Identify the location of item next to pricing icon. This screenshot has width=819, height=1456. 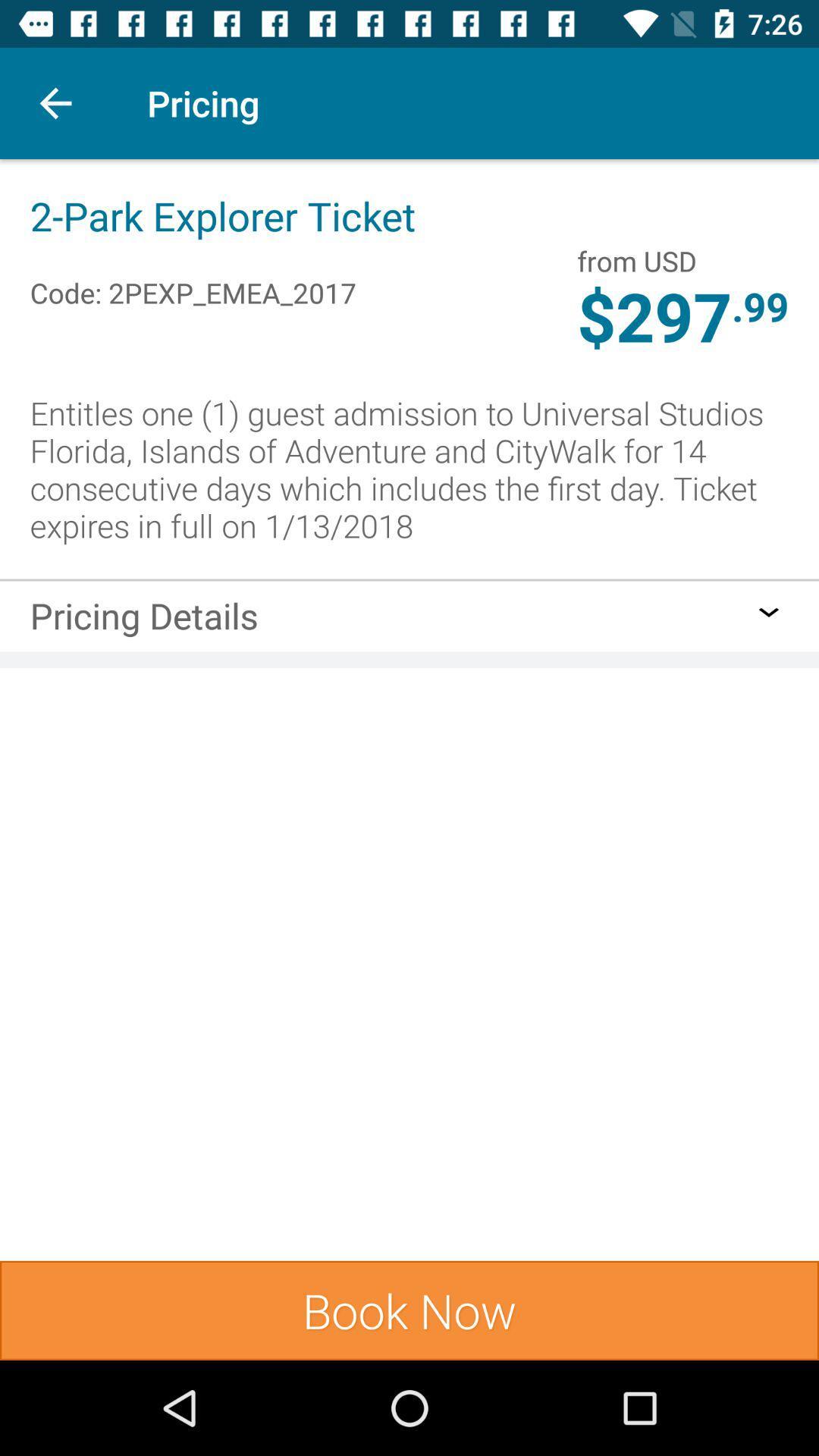
(55, 102).